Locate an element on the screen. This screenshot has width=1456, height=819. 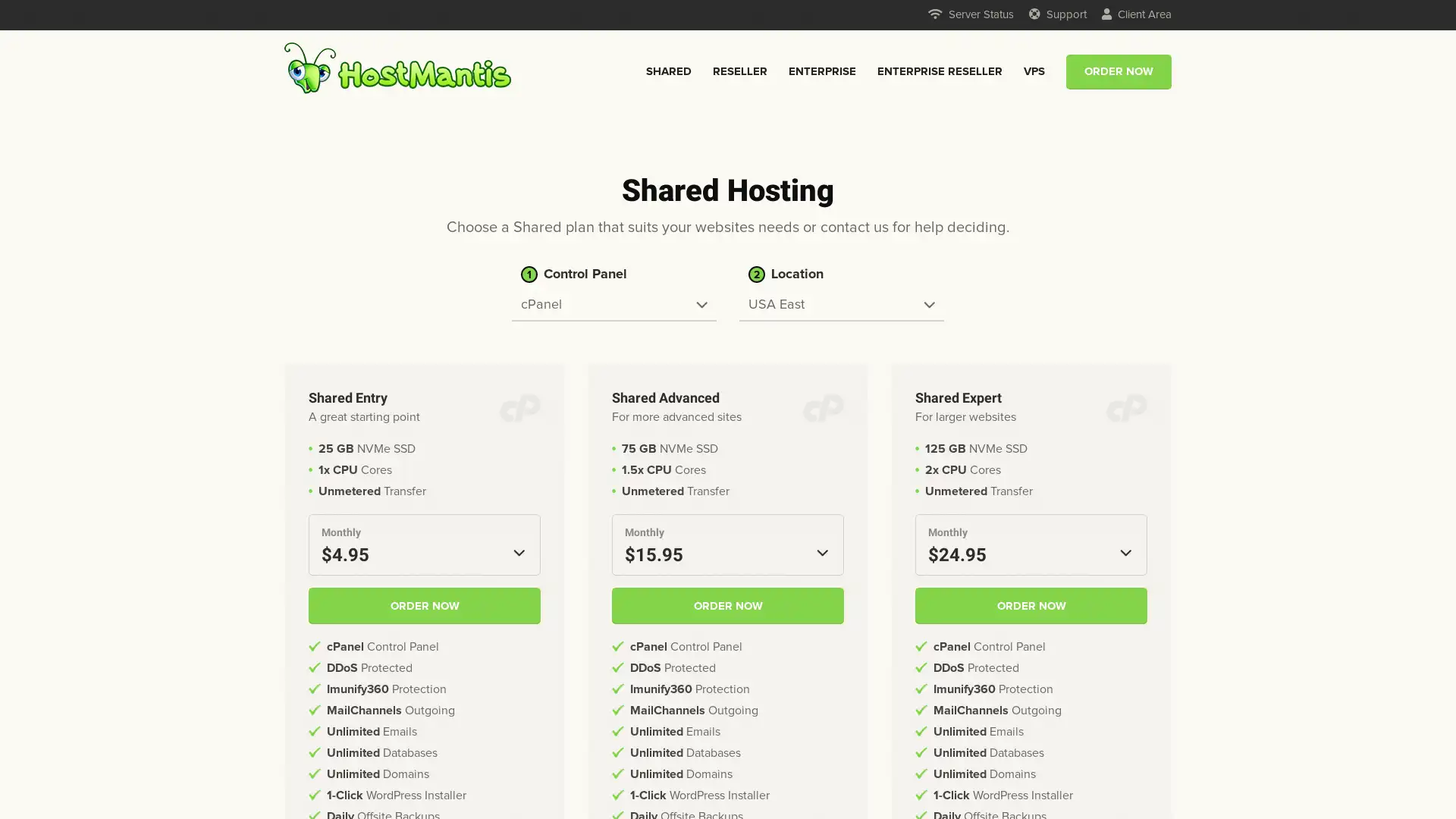
Monthly $15.95 is located at coordinates (728, 544).